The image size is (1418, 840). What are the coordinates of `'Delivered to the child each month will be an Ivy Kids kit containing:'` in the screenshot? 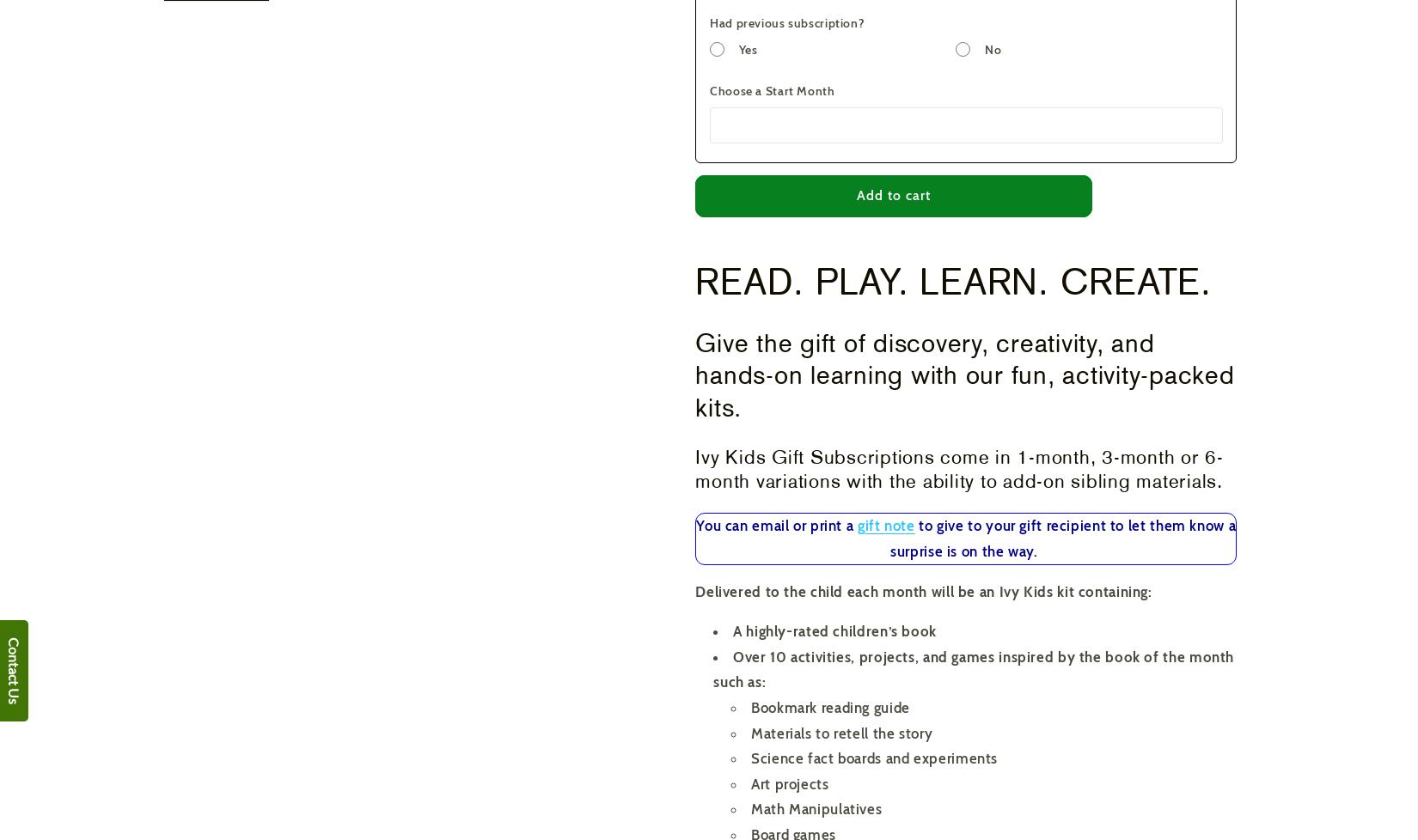 It's located at (923, 591).